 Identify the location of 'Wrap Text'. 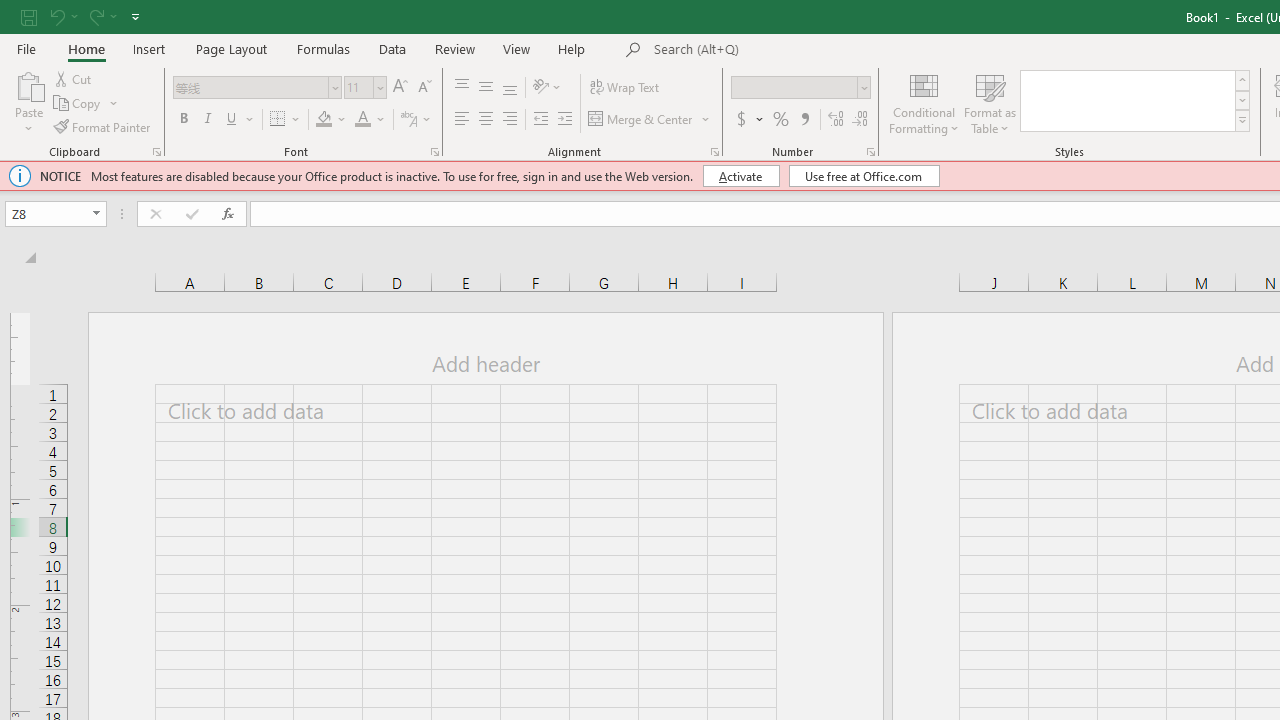
(624, 86).